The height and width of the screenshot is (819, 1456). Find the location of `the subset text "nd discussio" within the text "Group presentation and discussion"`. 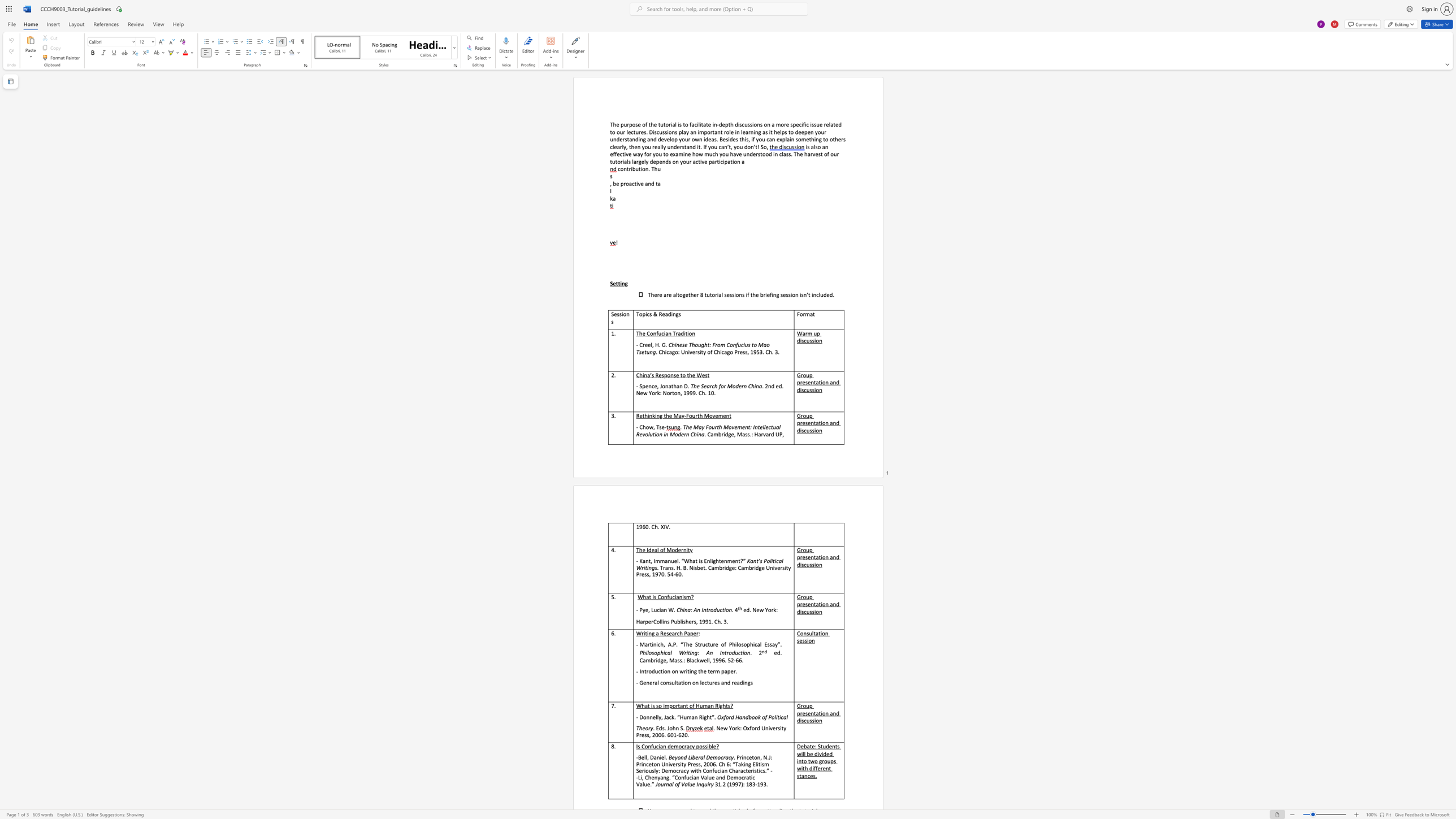

the subset text "nd discussio" within the text "Group presentation and discussion" is located at coordinates (832, 557).